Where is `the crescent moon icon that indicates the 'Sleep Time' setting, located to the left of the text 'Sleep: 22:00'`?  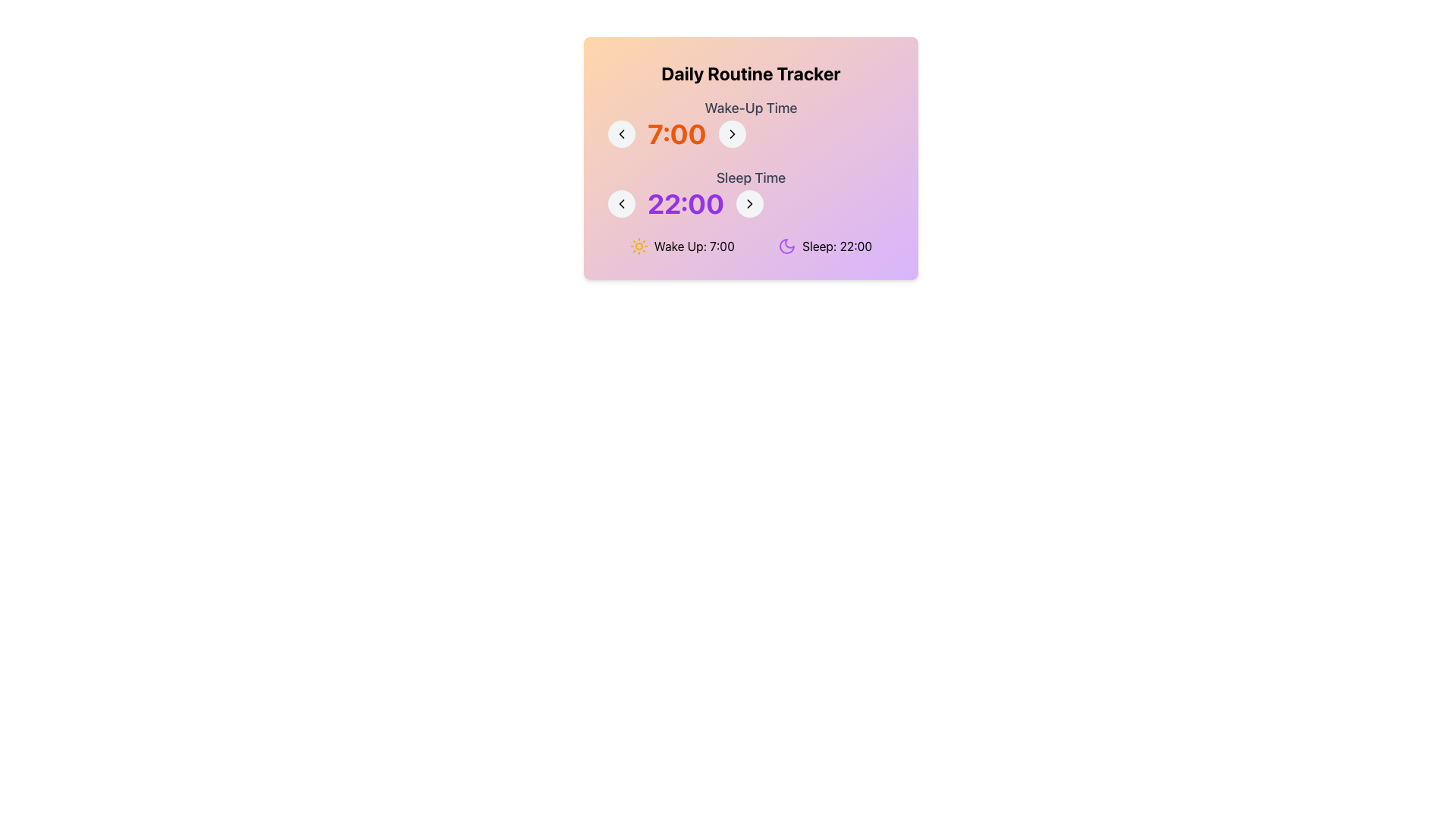
the crescent moon icon that indicates the 'Sleep Time' setting, located to the left of the text 'Sleep: 22:00' is located at coordinates (787, 245).